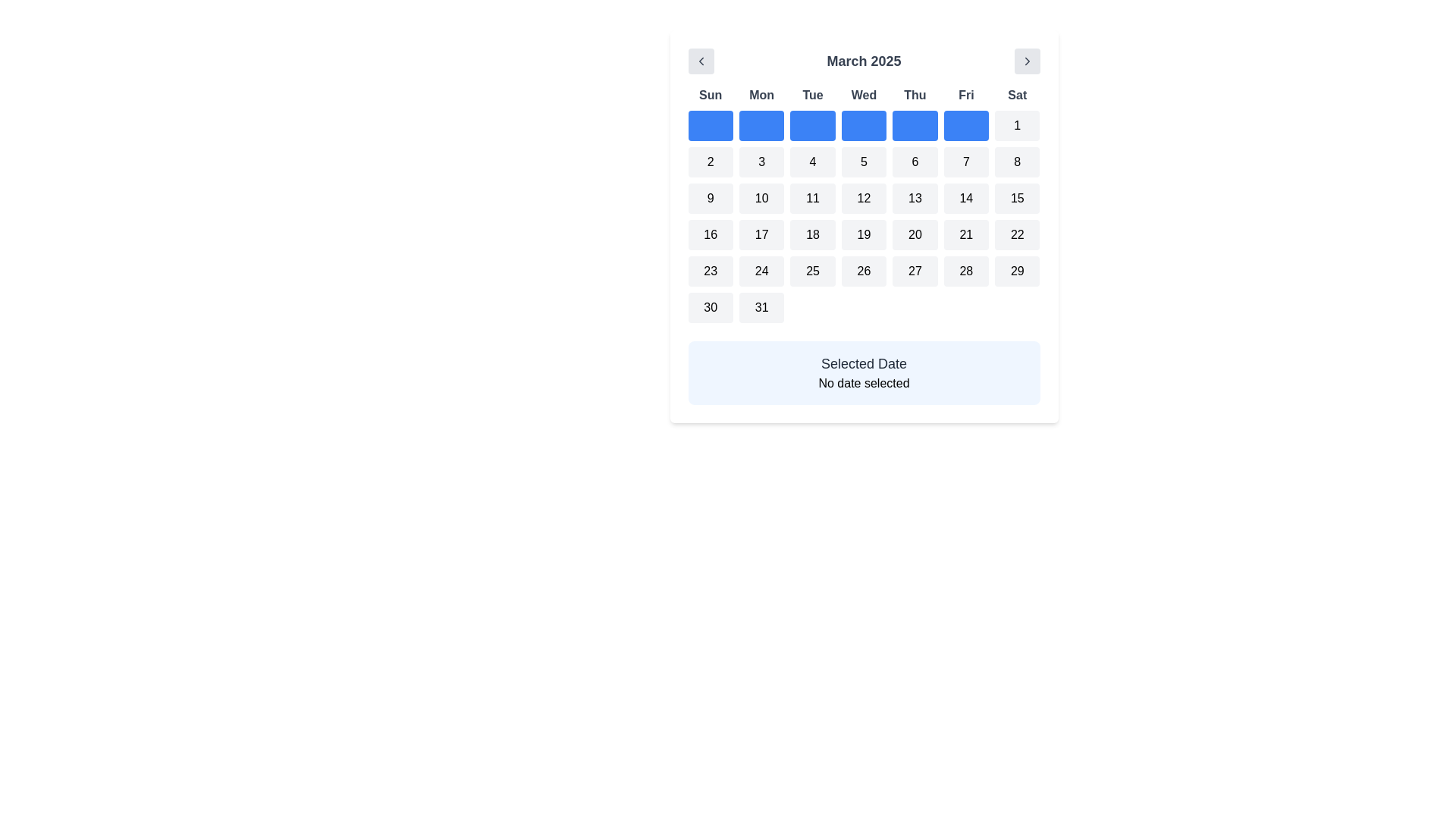  I want to click on the calendar day element representing the 24th day of the month, so click(761, 271).